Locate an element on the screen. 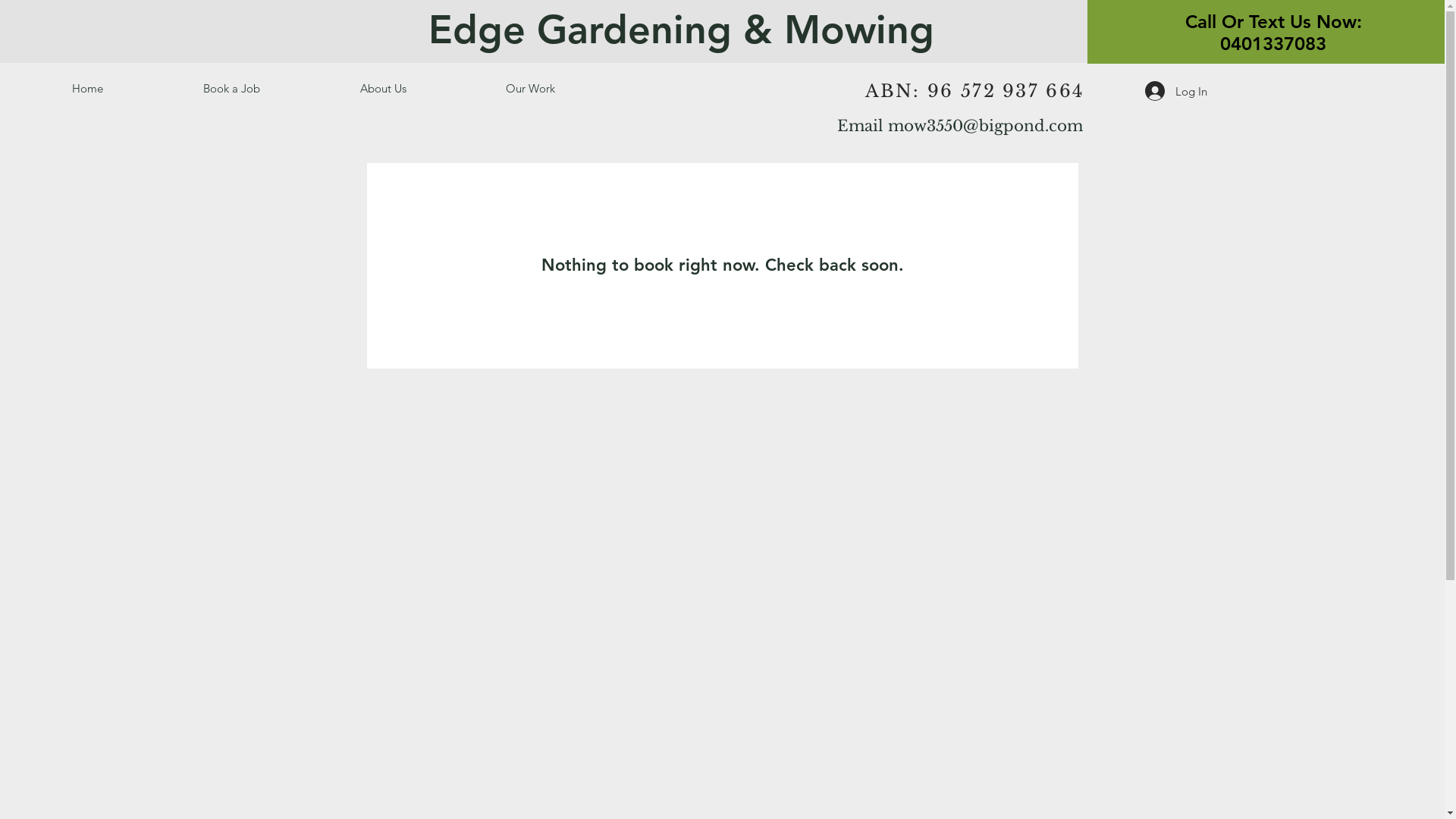 This screenshot has height=819, width=1456. 'About Us' is located at coordinates (422, 88).